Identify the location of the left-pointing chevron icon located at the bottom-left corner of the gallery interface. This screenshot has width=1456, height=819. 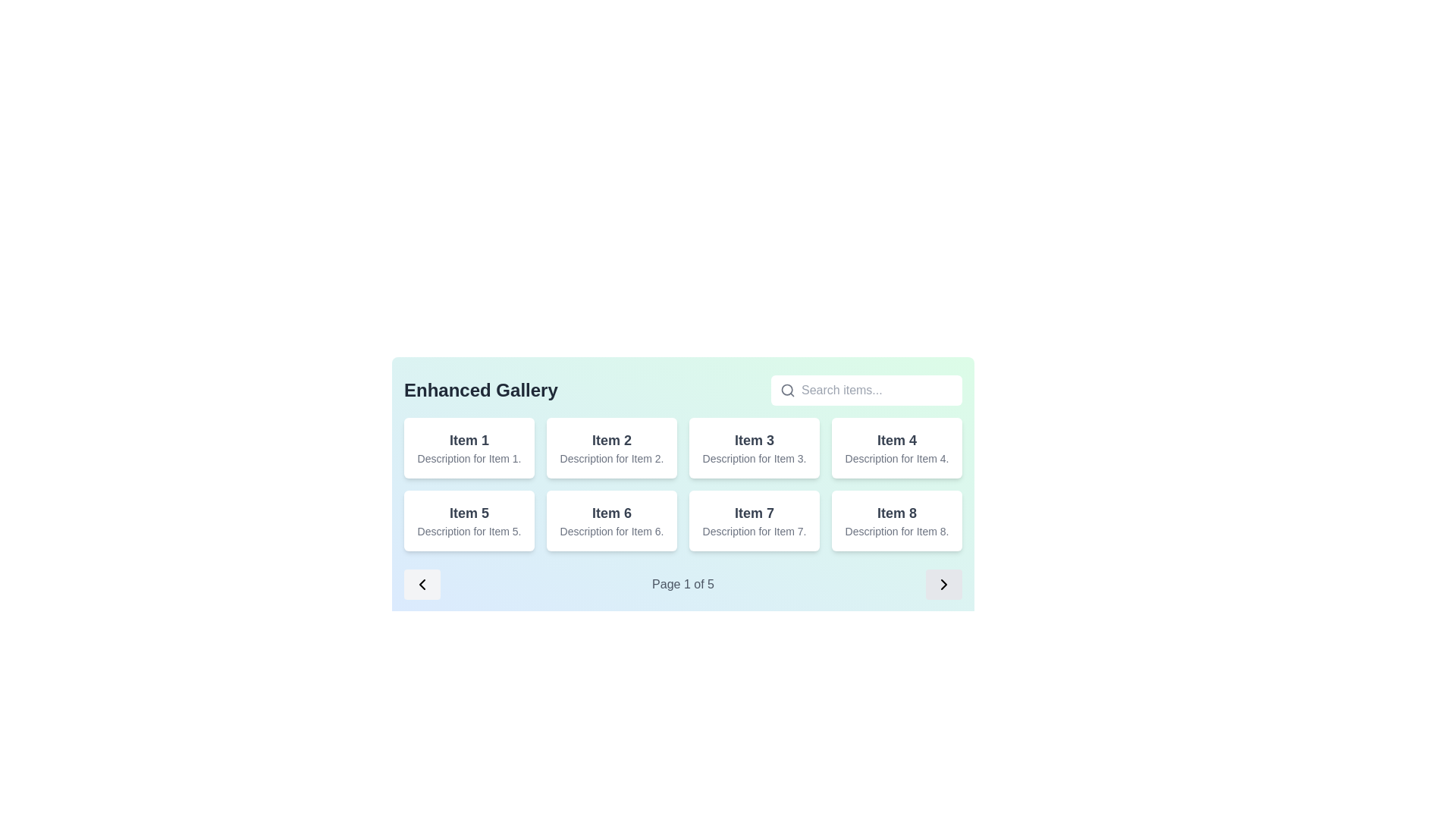
(422, 584).